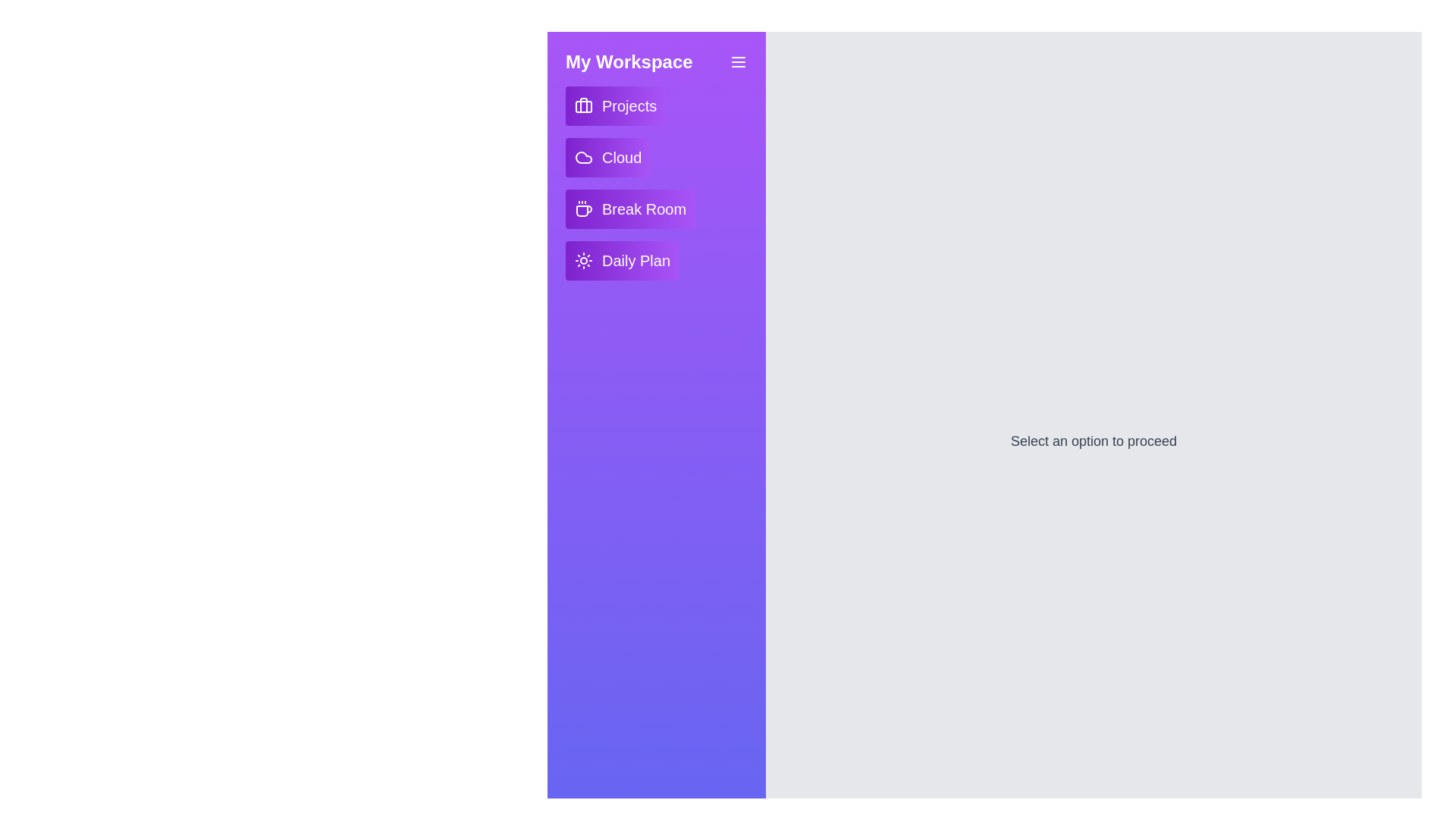 The image size is (1456, 819). I want to click on the interactive element Projects, so click(616, 105).